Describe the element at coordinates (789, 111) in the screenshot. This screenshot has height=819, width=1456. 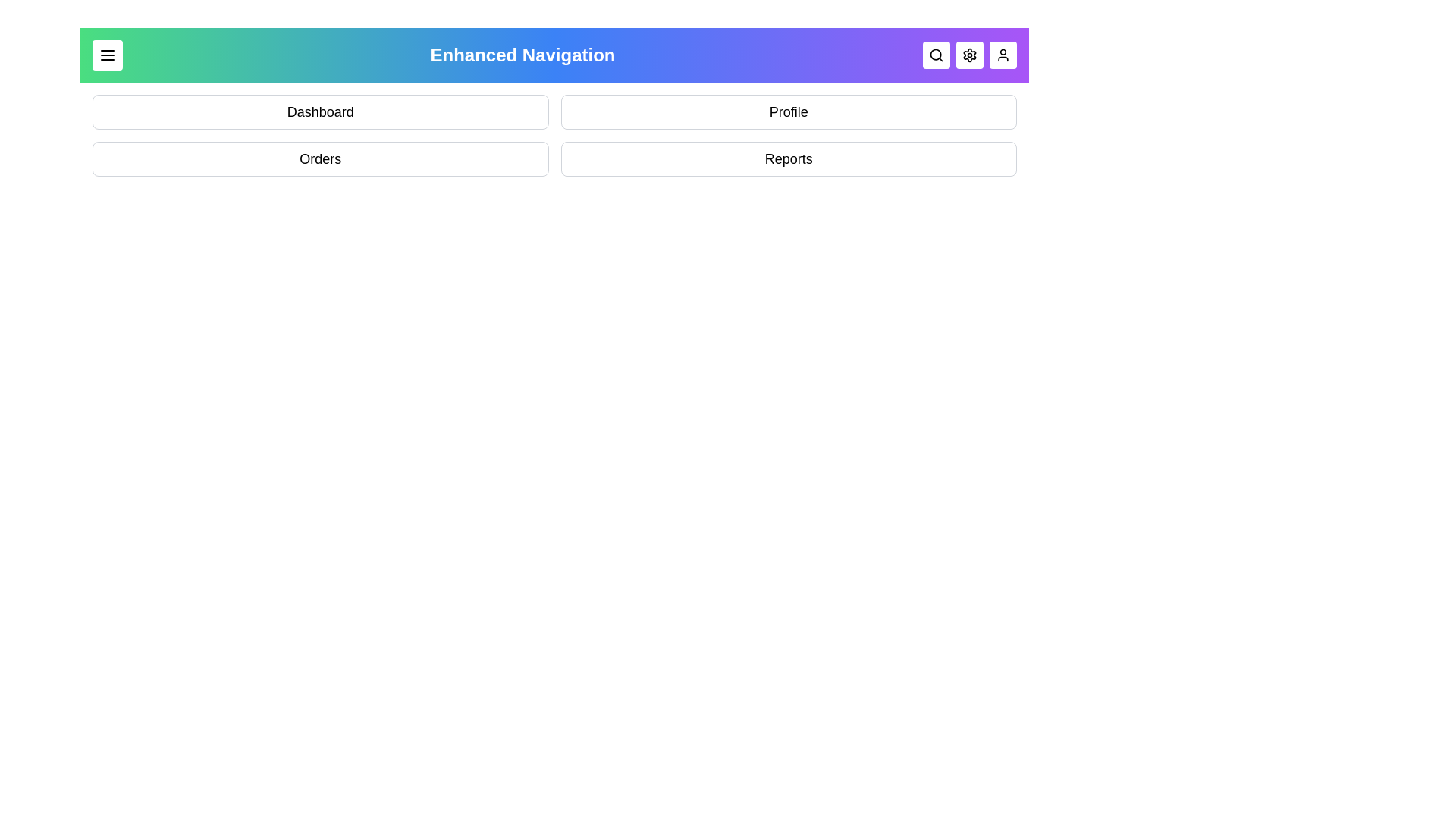
I see `the option Profile from the dropdown menu` at that location.